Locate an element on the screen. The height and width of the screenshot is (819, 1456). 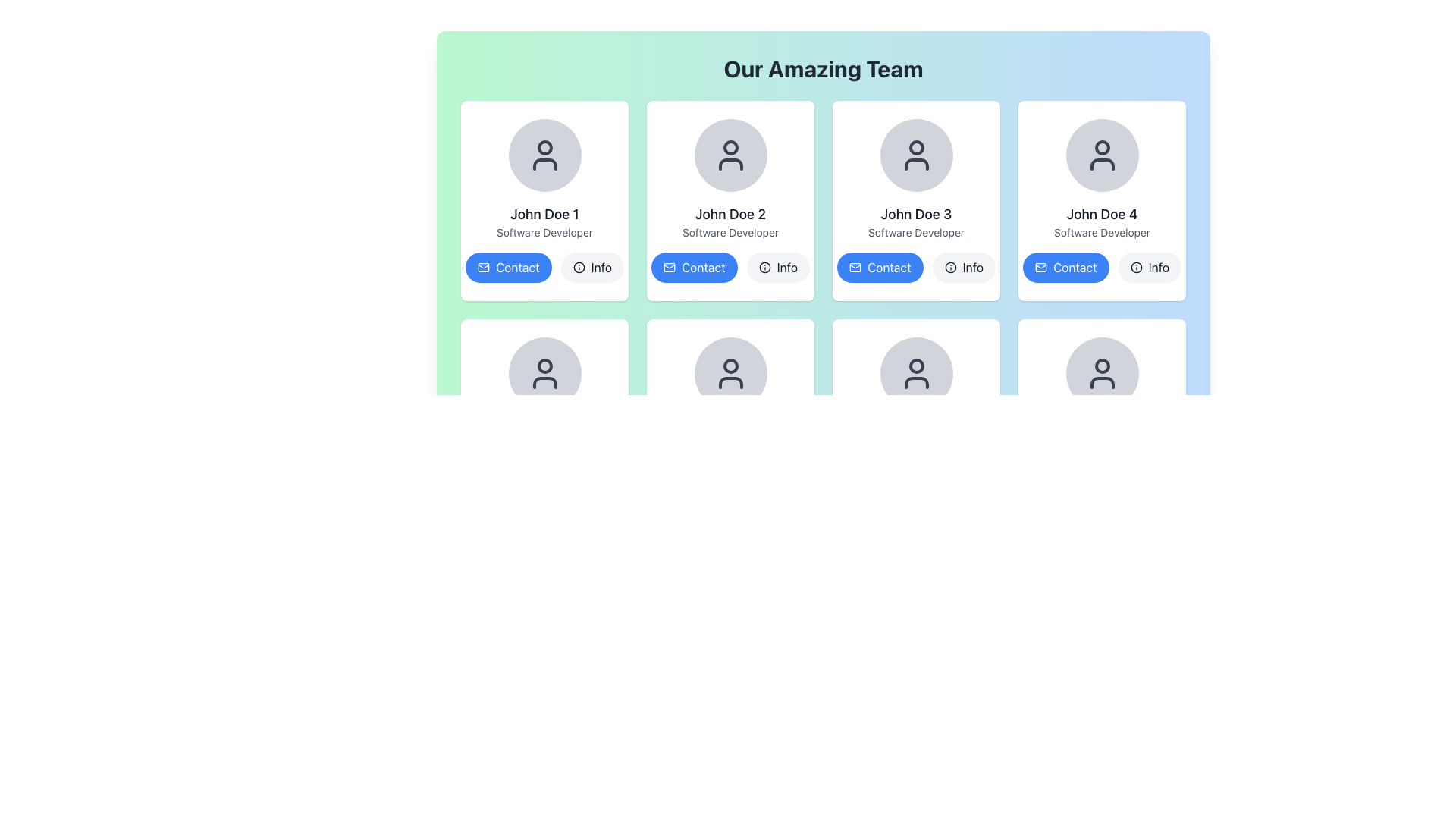
text from the title label displaying the name of a team member, positioned below the user avatar icon and above the 'Contact' and 'Info' buttons is located at coordinates (730, 214).